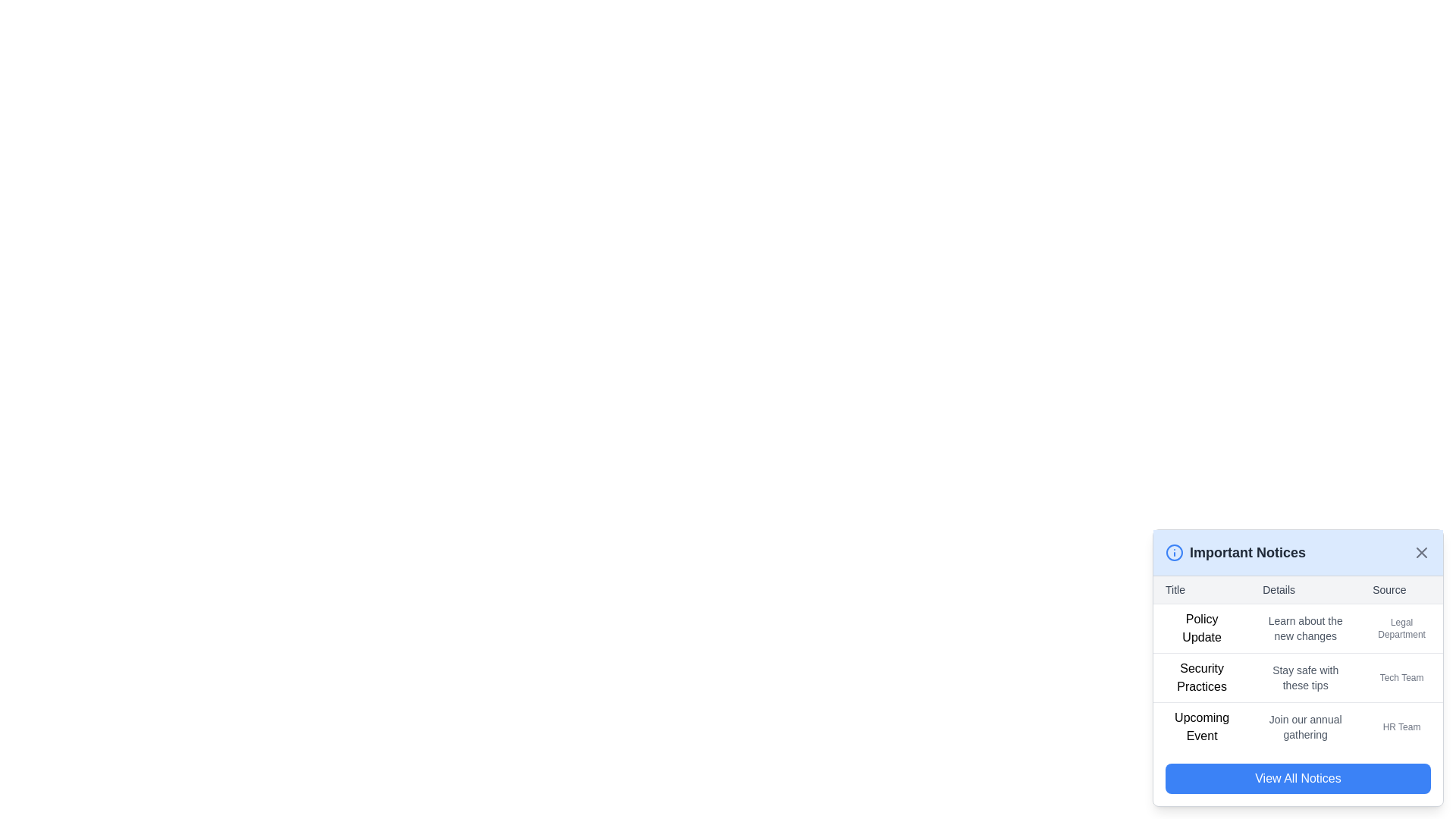 This screenshot has height=819, width=1456. Describe the element at coordinates (1247, 553) in the screenshot. I see `the 'Important Notices' header text label located in the upper part of the notice panel layout, positioned to the right of a blue circular info icon` at that location.